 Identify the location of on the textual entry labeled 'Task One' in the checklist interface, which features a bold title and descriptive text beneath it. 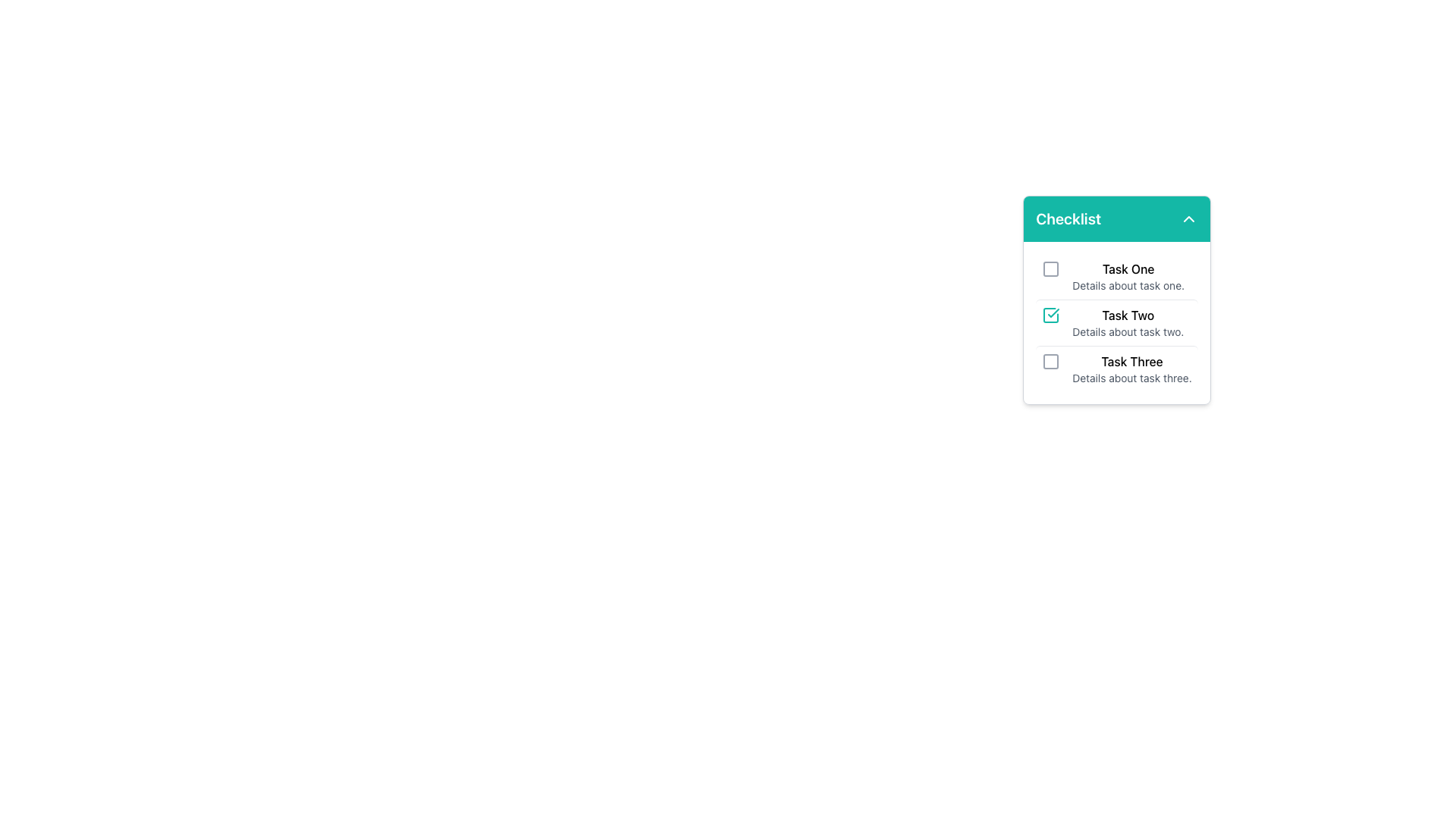
(1128, 277).